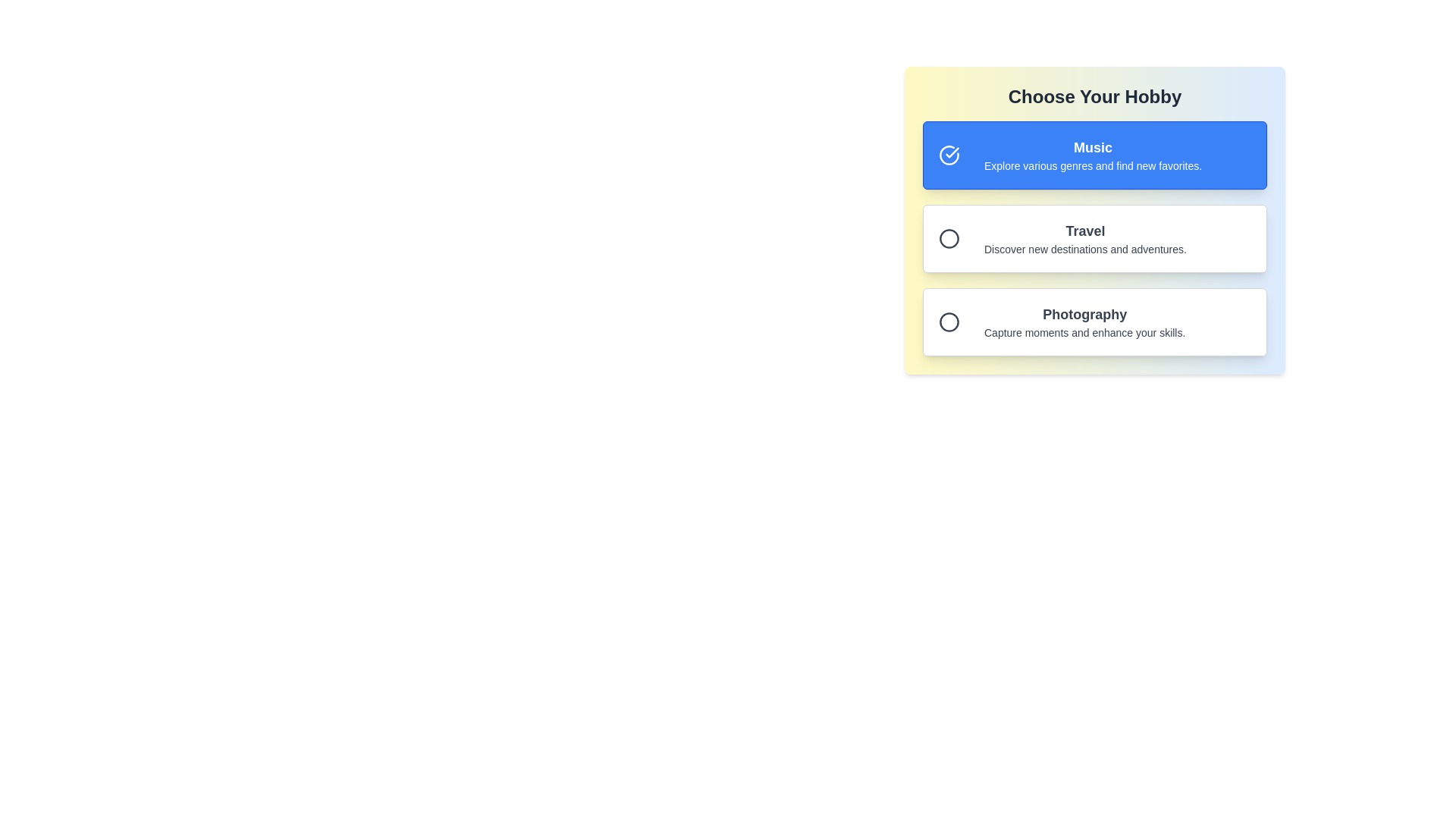  I want to click on the middle selection box for the 'Choose Your Hobby' section to trigger a visual effect, so click(1095, 220).